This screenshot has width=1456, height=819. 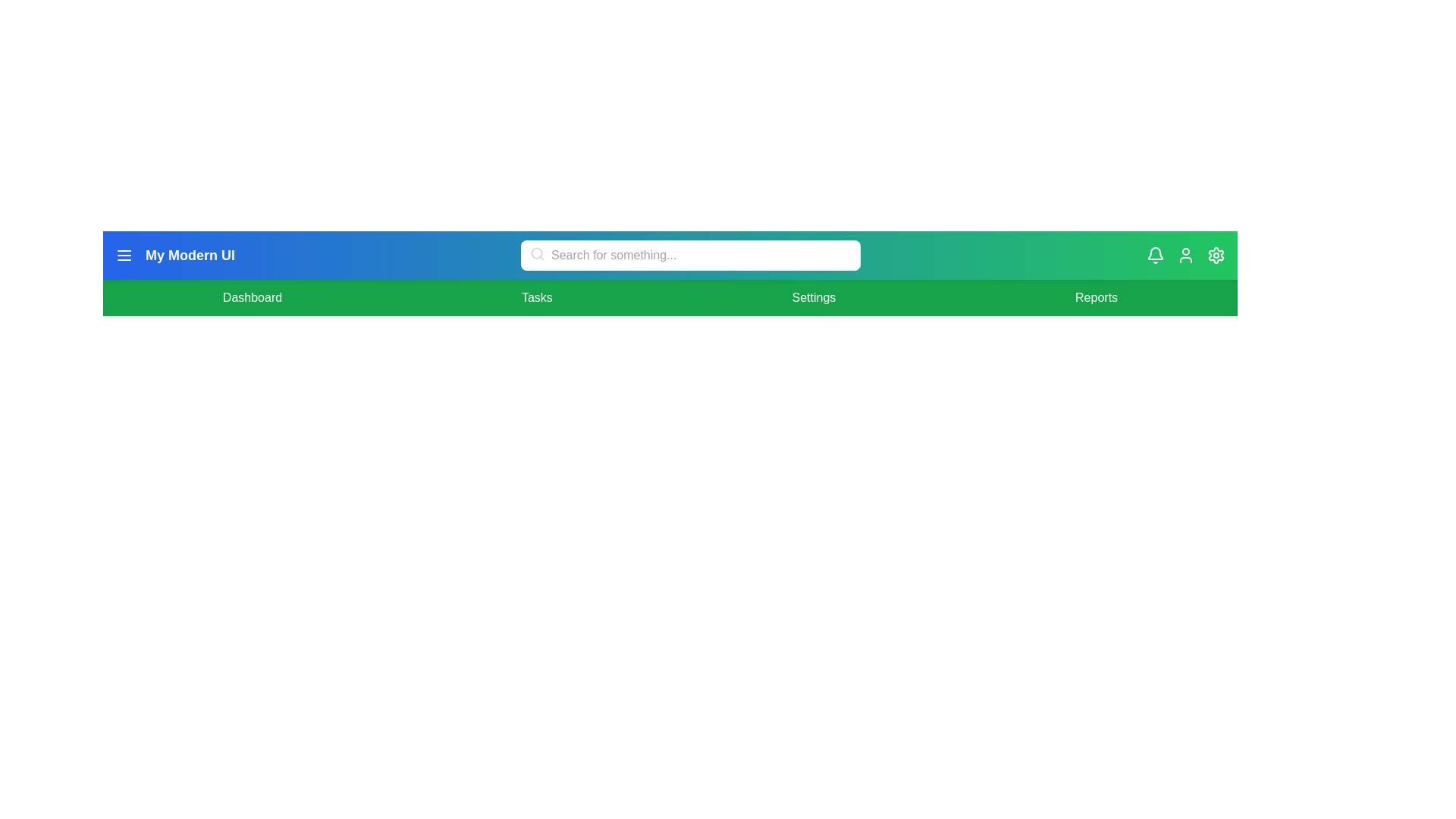 What do you see at coordinates (252, 298) in the screenshot?
I see `the menu item Dashboard to navigate to the corresponding section` at bounding box center [252, 298].